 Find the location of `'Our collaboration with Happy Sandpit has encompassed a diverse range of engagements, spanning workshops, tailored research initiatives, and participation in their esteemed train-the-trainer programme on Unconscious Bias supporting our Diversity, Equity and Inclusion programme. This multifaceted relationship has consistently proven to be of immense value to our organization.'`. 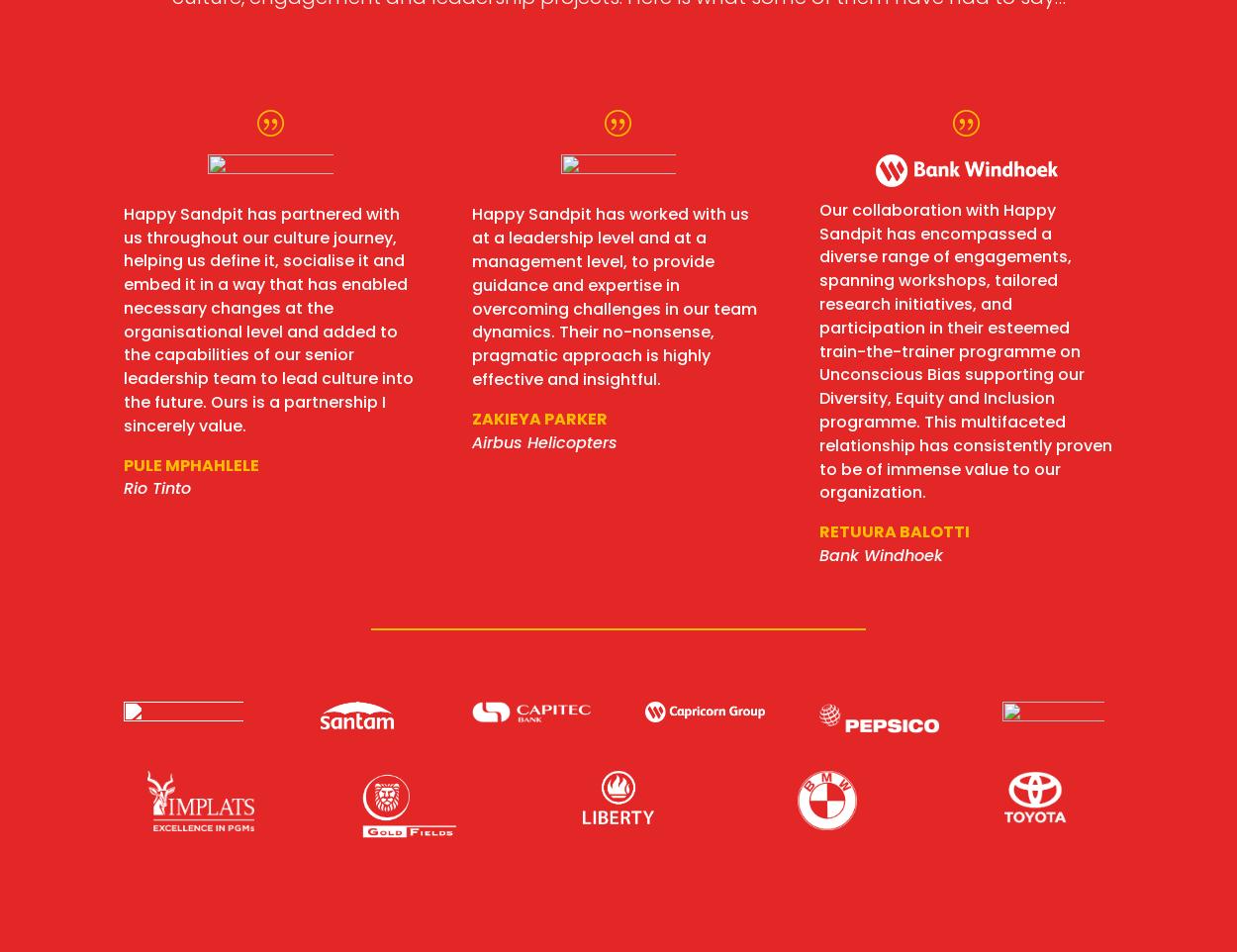

'Our collaboration with Happy Sandpit has encompassed a diverse range of engagements, spanning workshops, tailored research initiatives, and participation in their esteemed train-the-trainer programme on Unconscious Bias supporting our Diversity, Equity and Inclusion programme. This multifaceted relationship has consistently proven to be of immense value to our organization.' is located at coordinates (965, 350).